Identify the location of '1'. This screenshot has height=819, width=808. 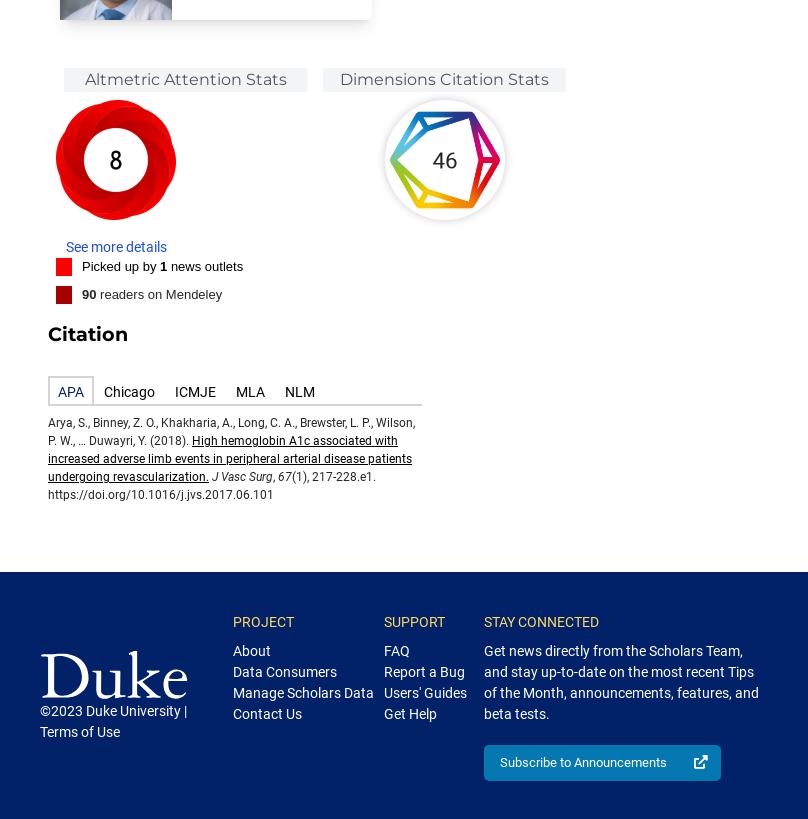
(162, 264).